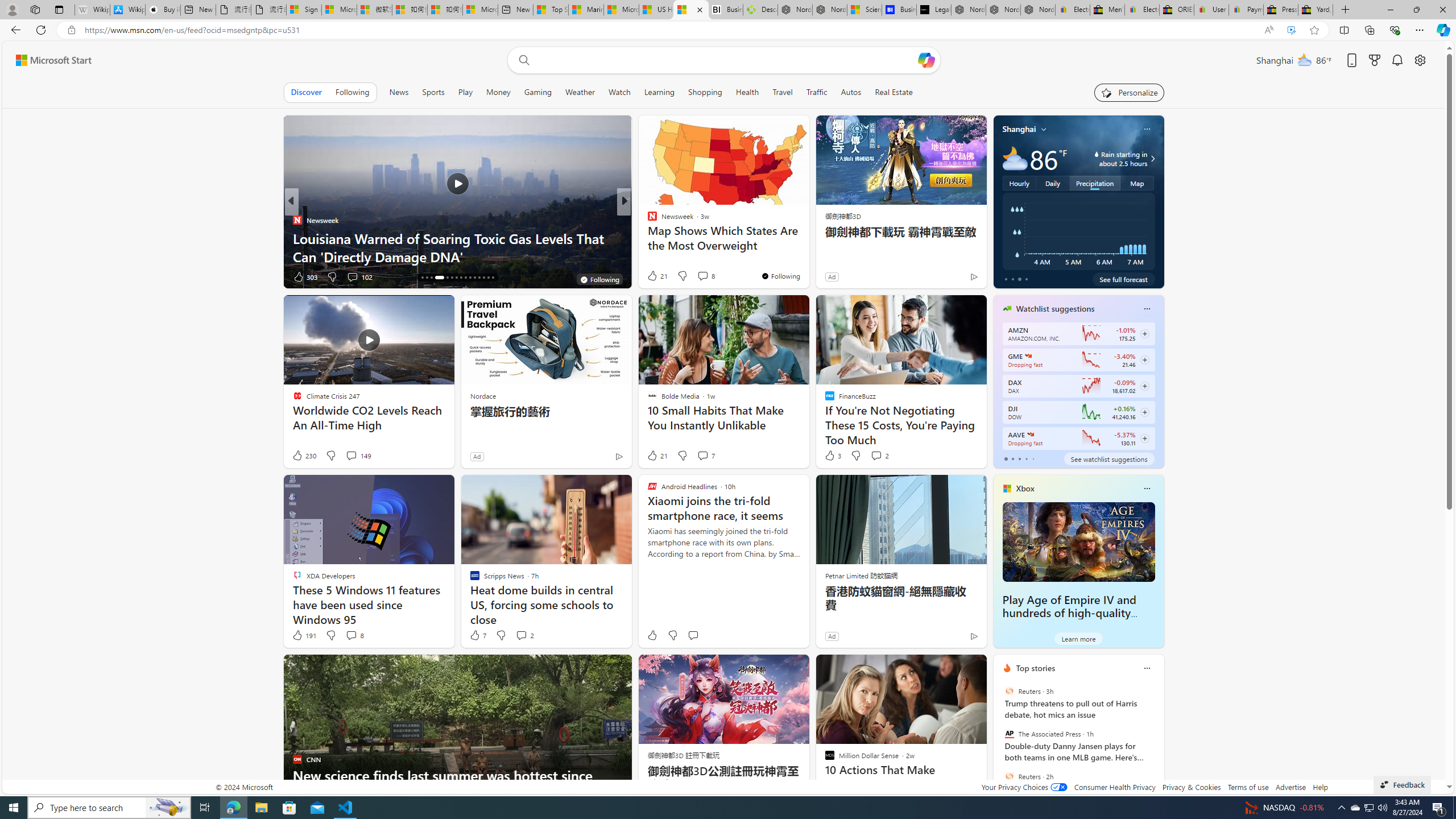  What do you see at coordinates (1008, 734) in the screenshot?
I see `'The Associated Press'` at bounding box center [1008, 734].